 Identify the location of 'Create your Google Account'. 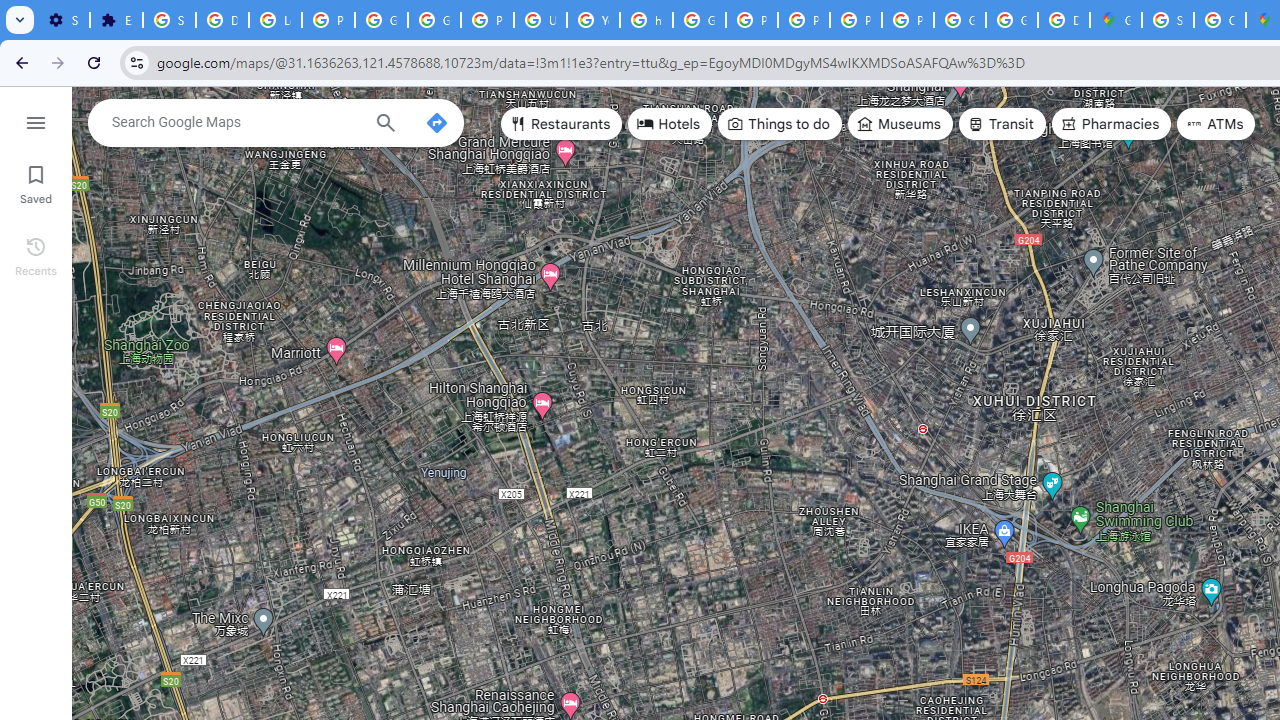
(1218, 20).